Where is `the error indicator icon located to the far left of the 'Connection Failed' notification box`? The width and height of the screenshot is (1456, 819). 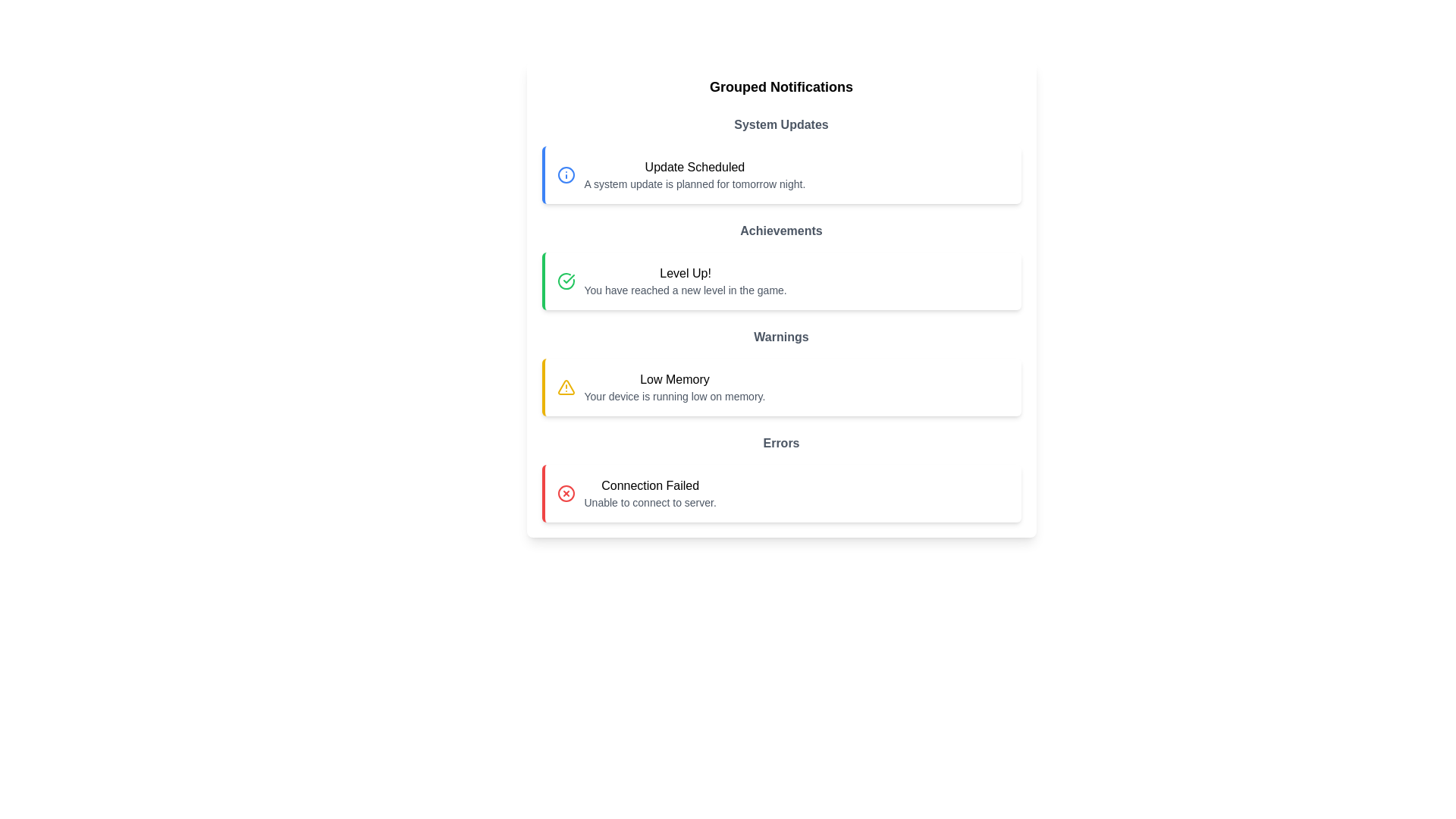 the error indicator icon located to the far left of the 'Connection Failed' notification box is located at coordinates (565, 494).